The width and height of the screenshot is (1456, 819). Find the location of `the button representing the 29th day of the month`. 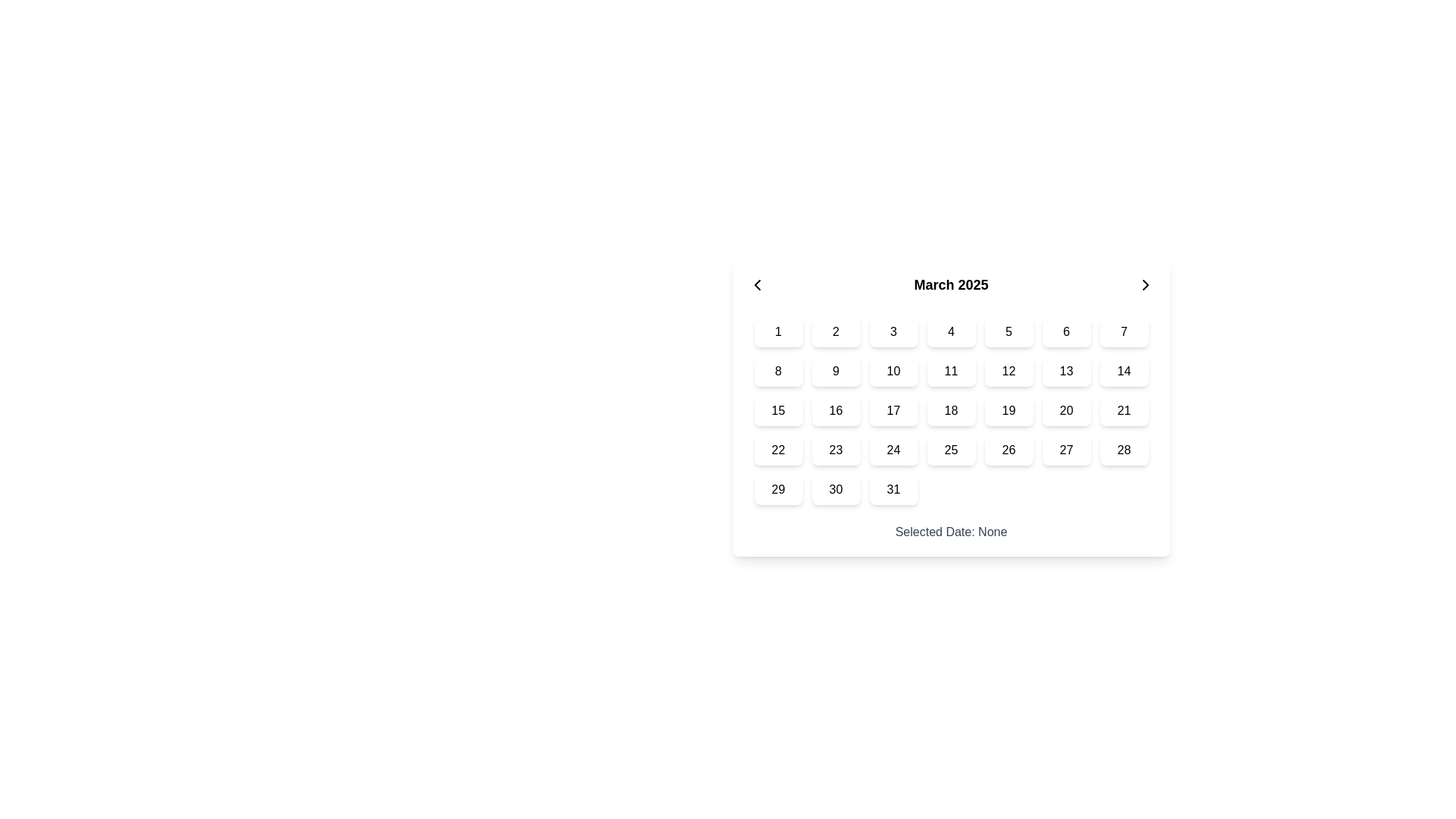

the button representing the 29th day of the month is located at coordinates (778, 489).